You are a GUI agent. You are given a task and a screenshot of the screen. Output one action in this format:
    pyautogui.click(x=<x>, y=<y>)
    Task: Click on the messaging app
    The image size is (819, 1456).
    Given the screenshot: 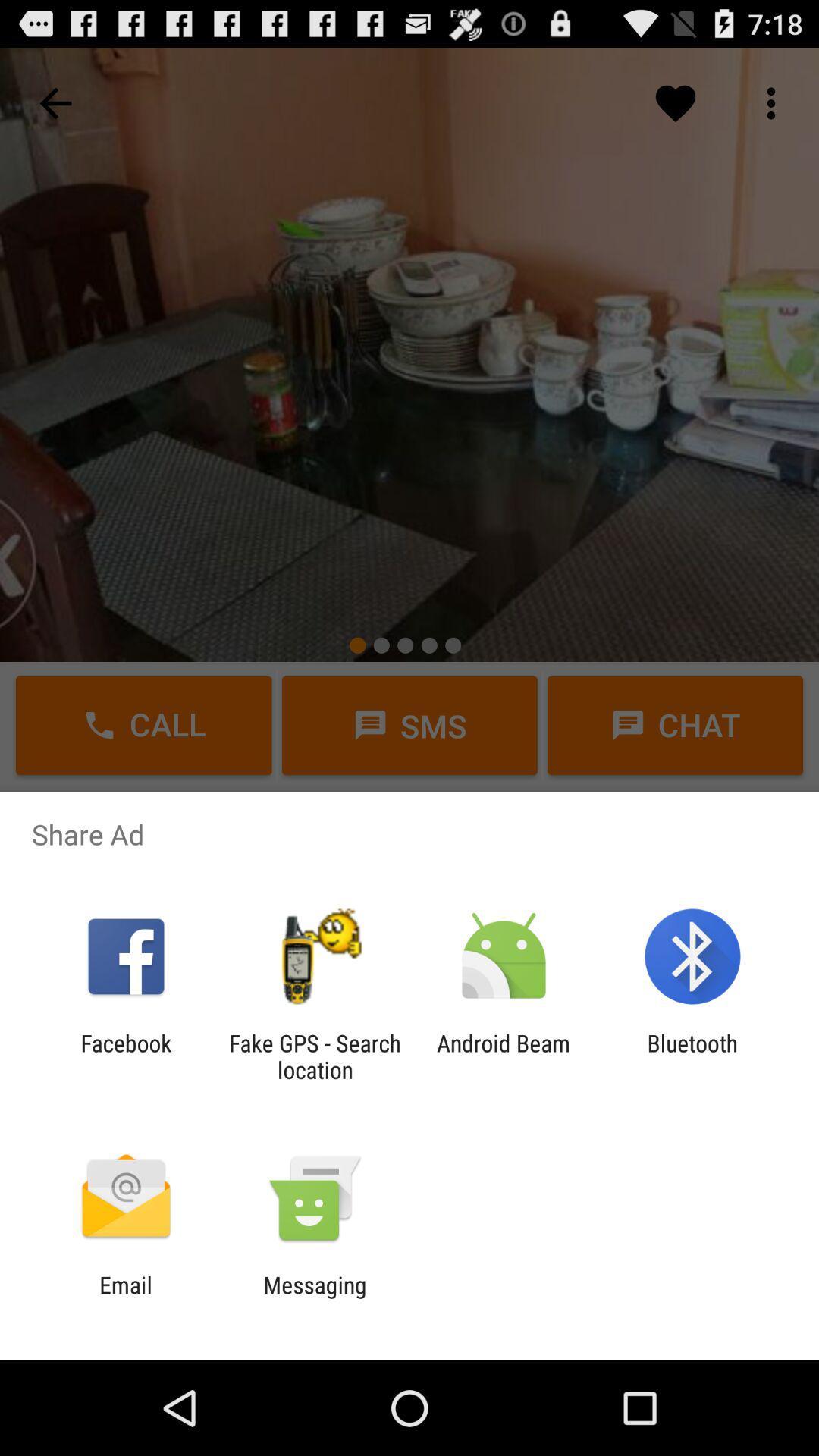 What is the action you would take?
    pyautogui.click(x=314, y=1298)
    